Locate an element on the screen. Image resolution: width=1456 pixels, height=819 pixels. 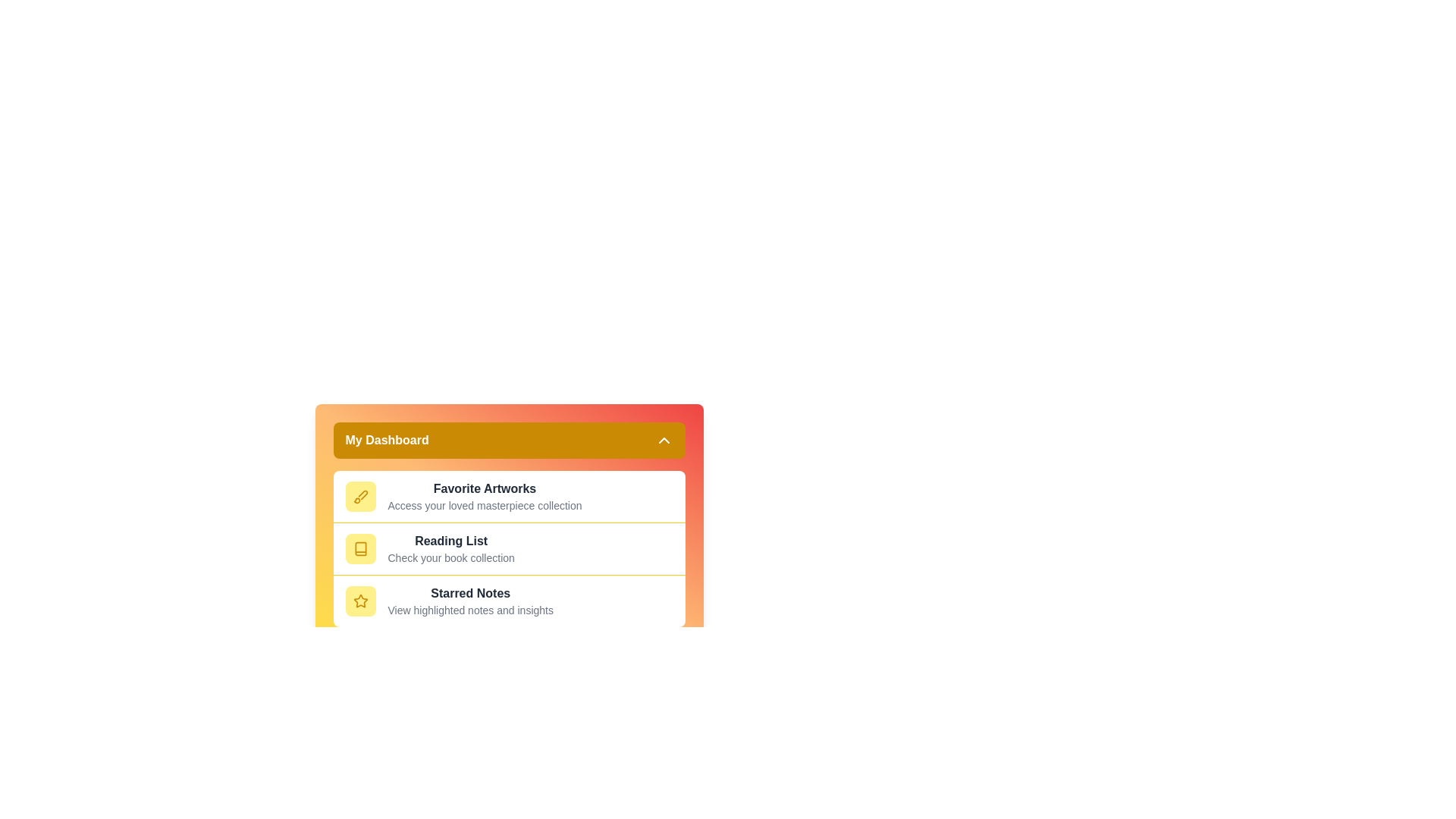
the leftmost icon in the 'Starred Notes' section, which serves as a visual indicator or logo for that section is located at coordinates (359, 601).